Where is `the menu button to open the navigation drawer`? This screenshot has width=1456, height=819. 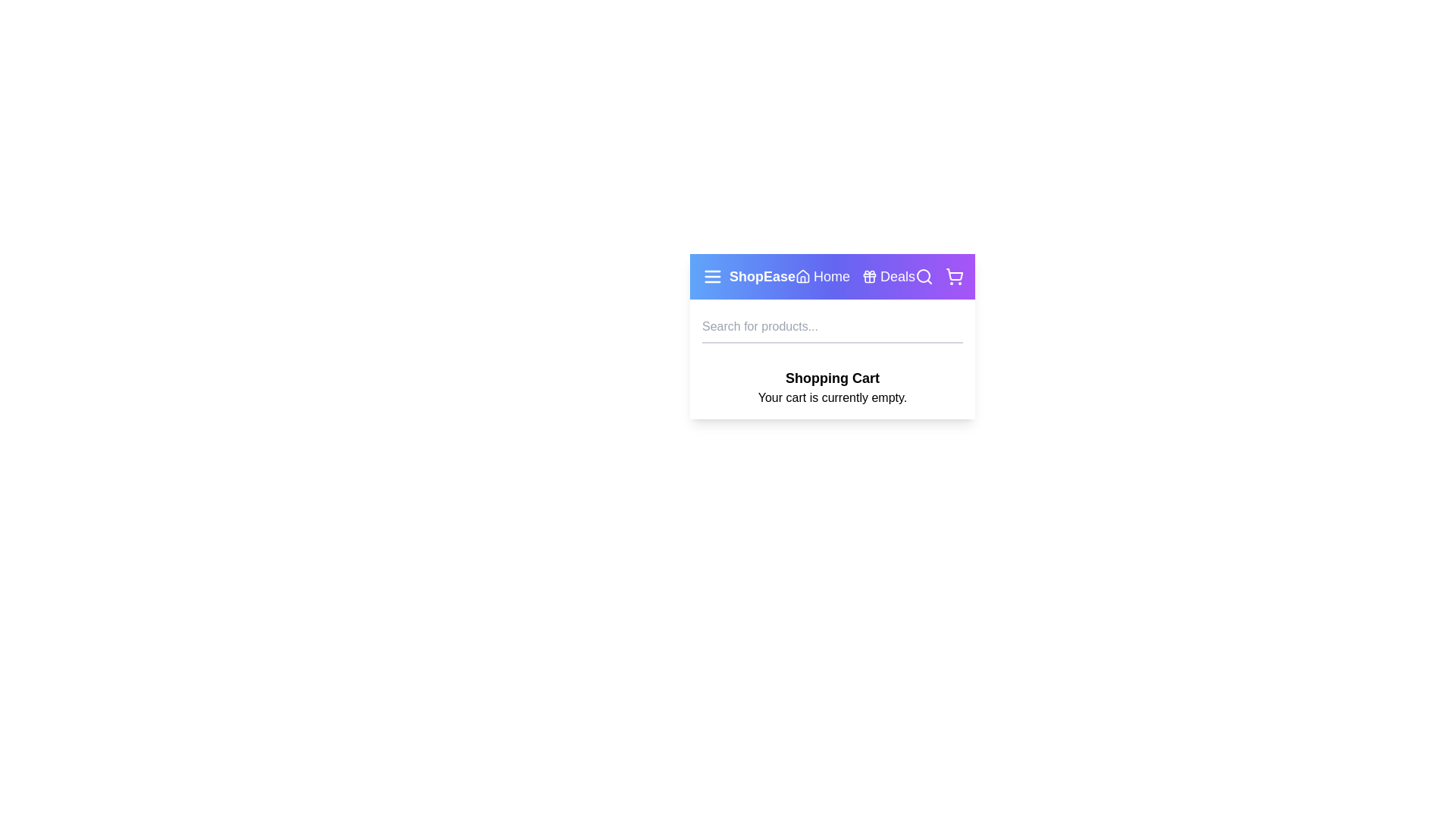
the menu button to open the navigation drawer is located at coordinates (712, 277).